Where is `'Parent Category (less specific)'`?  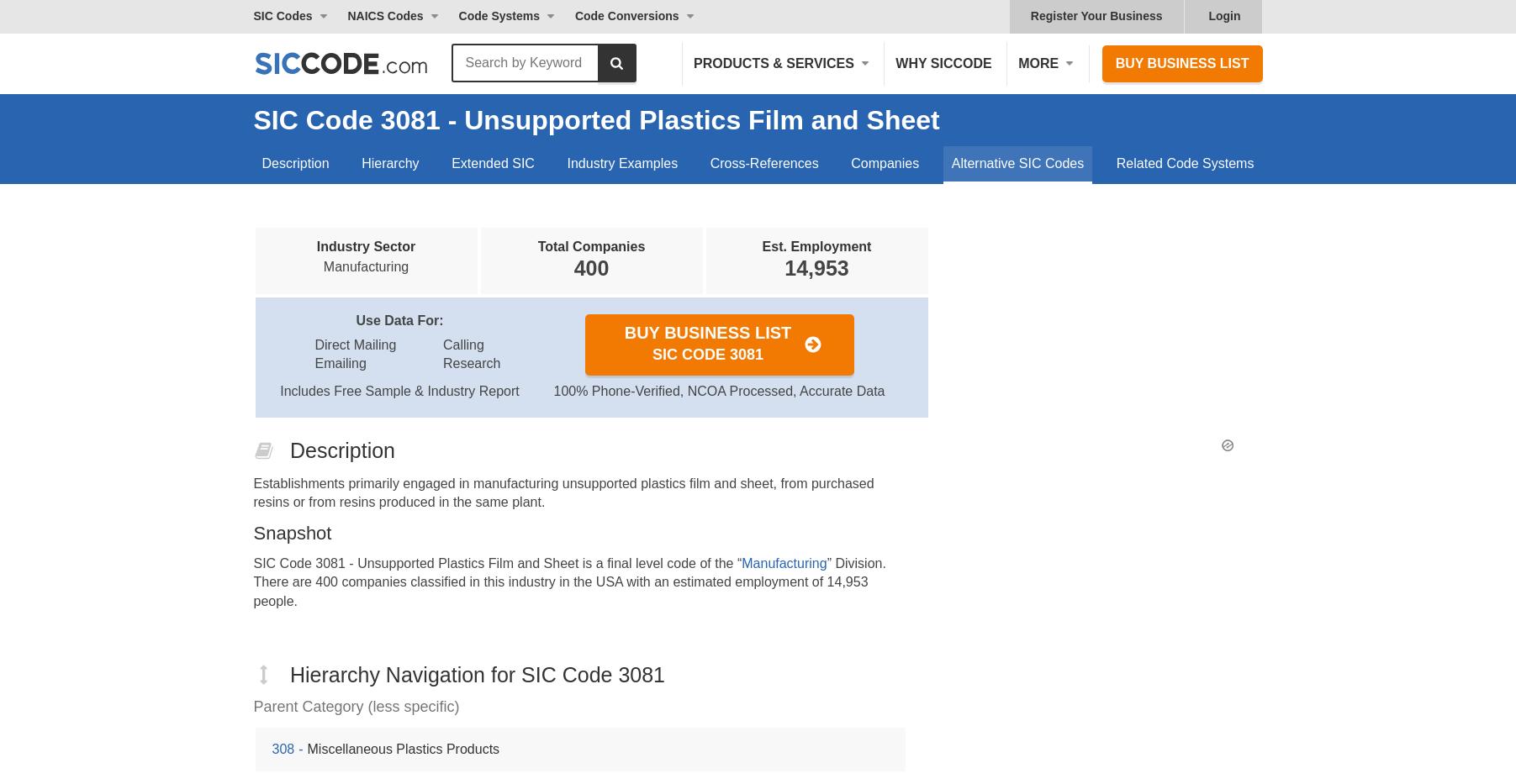 'Parent Category (less specific)' is located at coordinates (252, 704).